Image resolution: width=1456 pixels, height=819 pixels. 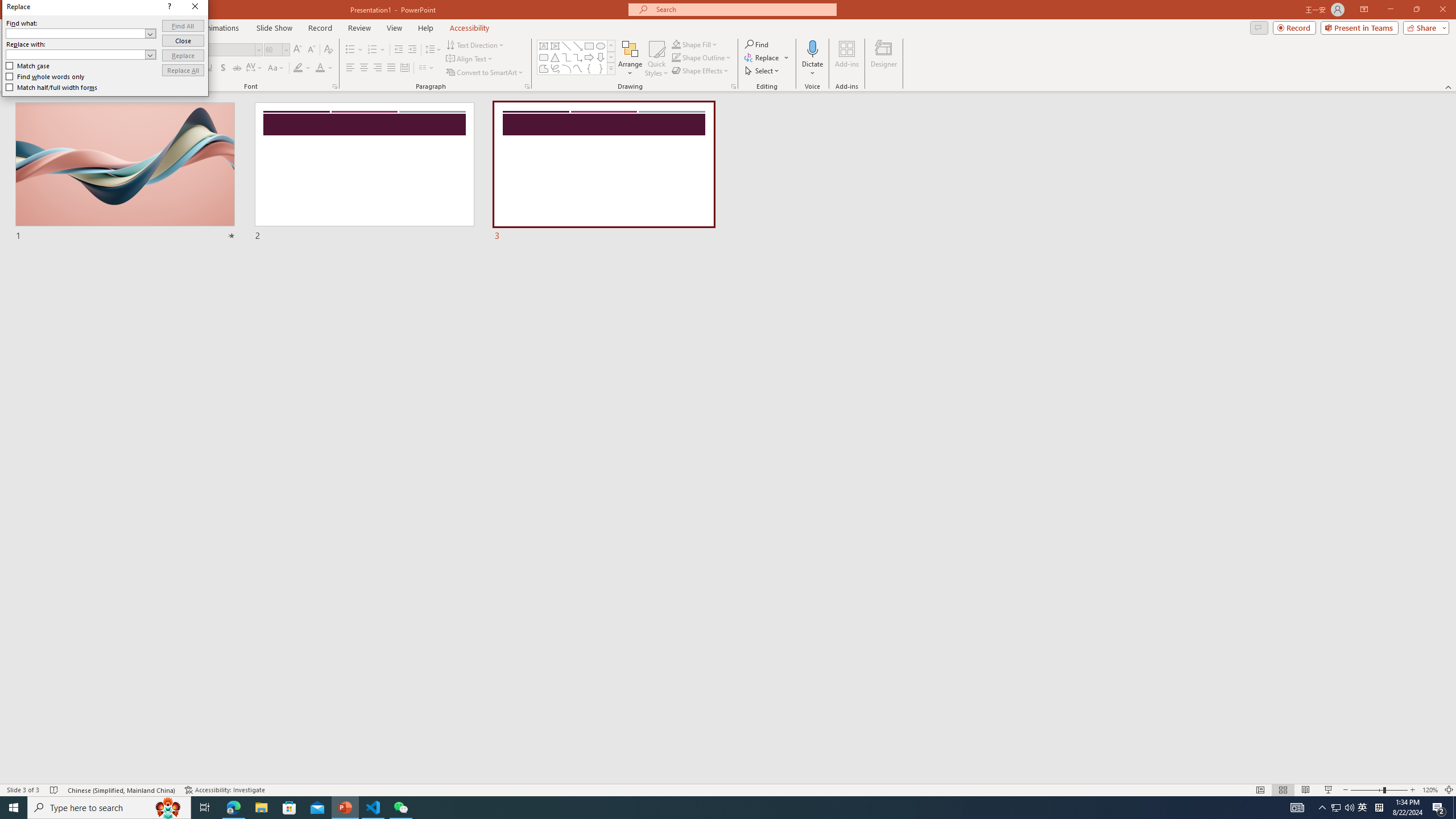 What do you see at coordinates (543, 45) in the screenshot?
I see `'Text Box'` at bounding box center [543, 45].